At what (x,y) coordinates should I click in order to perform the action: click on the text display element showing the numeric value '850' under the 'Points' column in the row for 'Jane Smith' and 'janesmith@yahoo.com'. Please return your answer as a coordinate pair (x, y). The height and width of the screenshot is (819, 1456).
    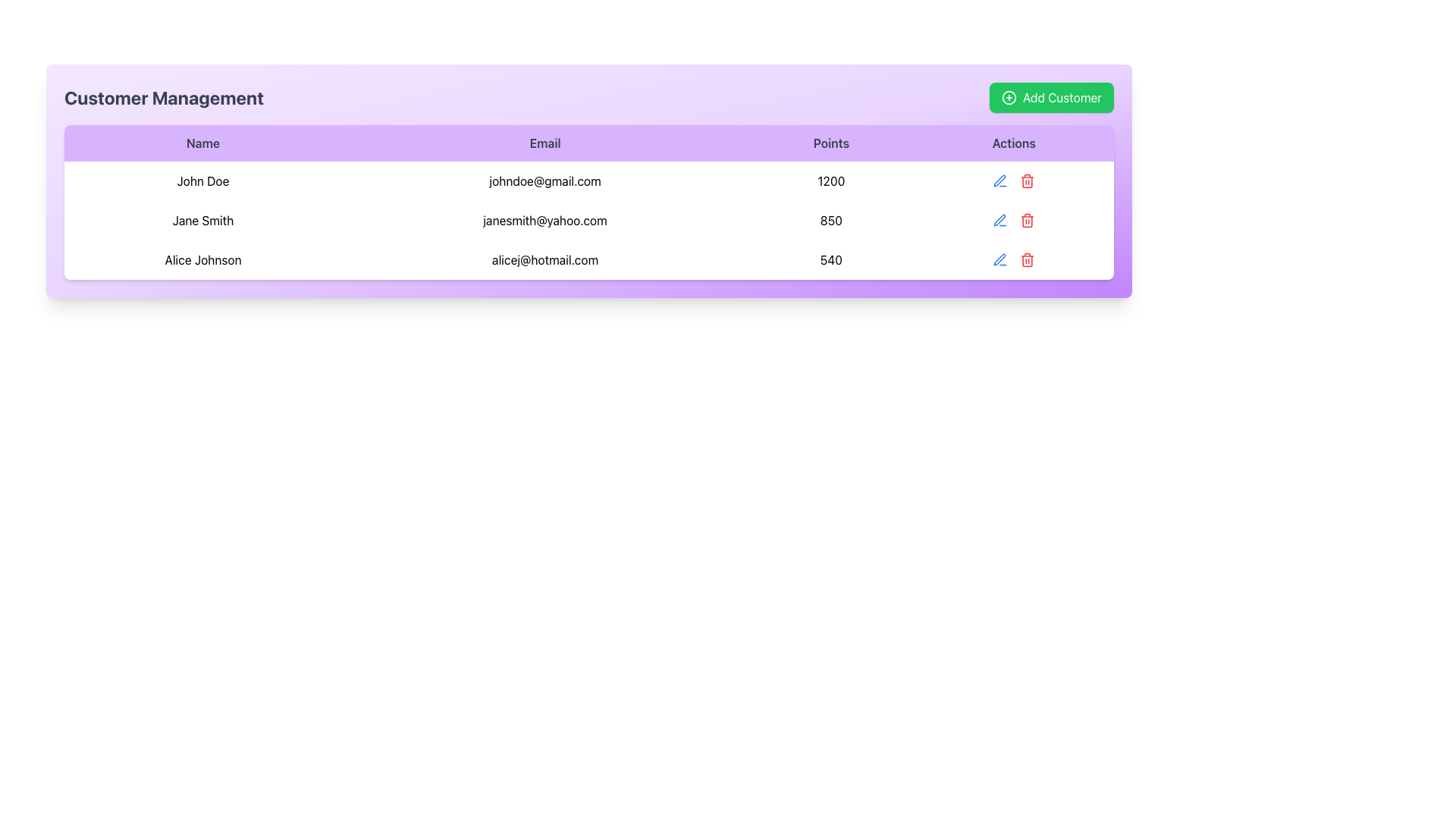
    Looking at the image, I should click on (830, 220).